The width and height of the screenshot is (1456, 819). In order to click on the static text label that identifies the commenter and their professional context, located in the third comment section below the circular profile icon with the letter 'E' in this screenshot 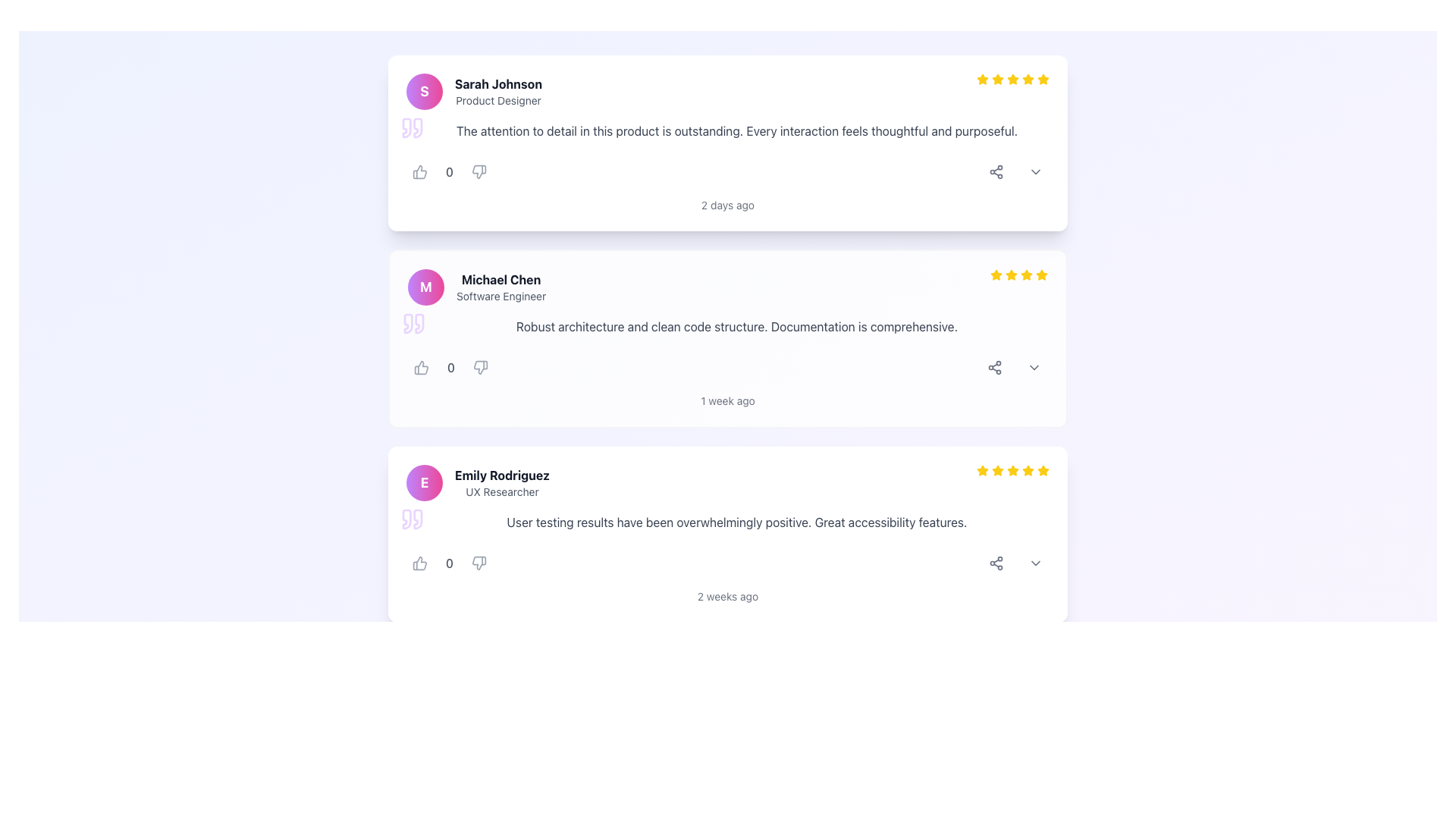, I will do `click(502, 482)`.